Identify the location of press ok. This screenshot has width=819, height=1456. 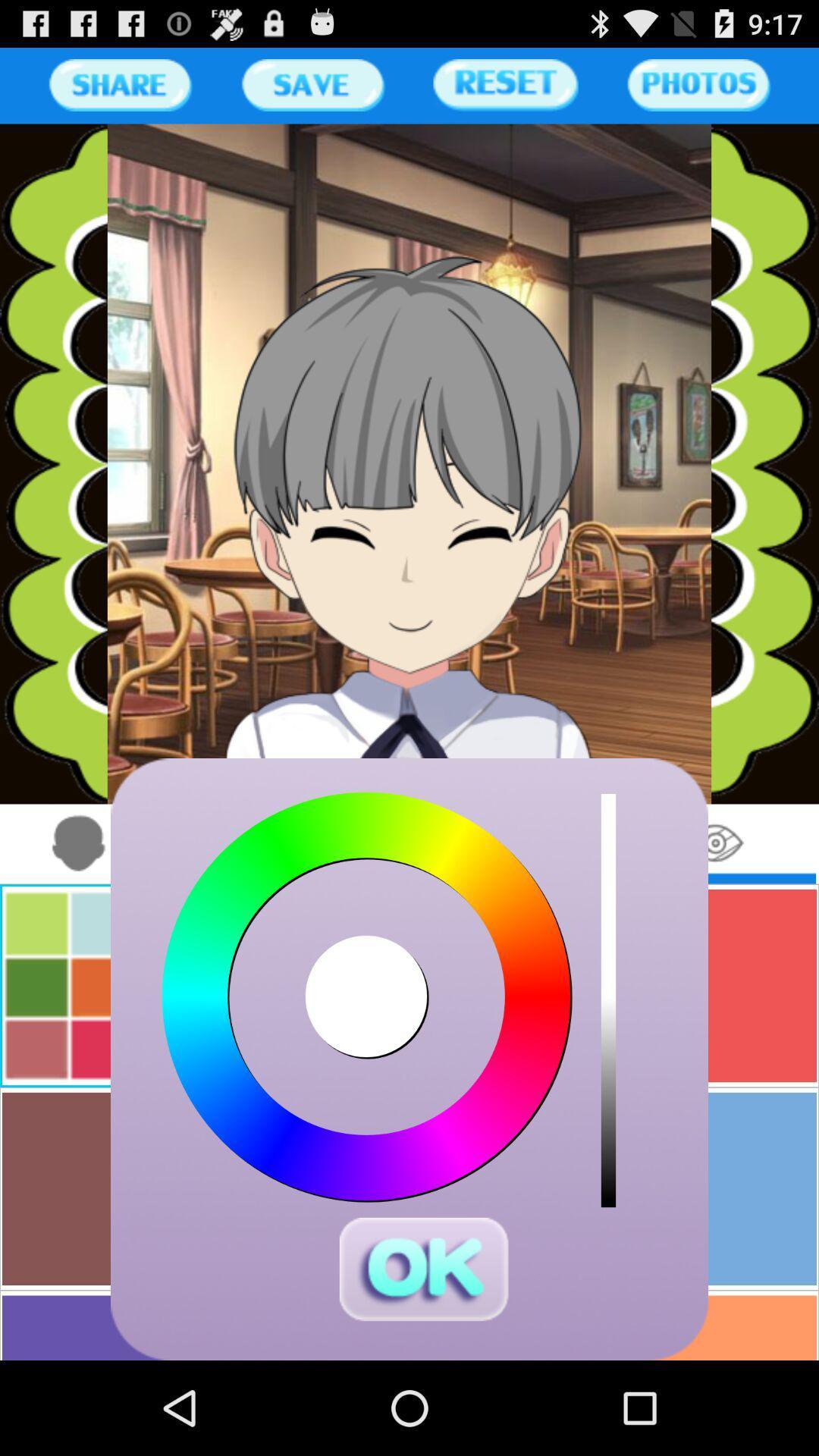
(424, 1269).